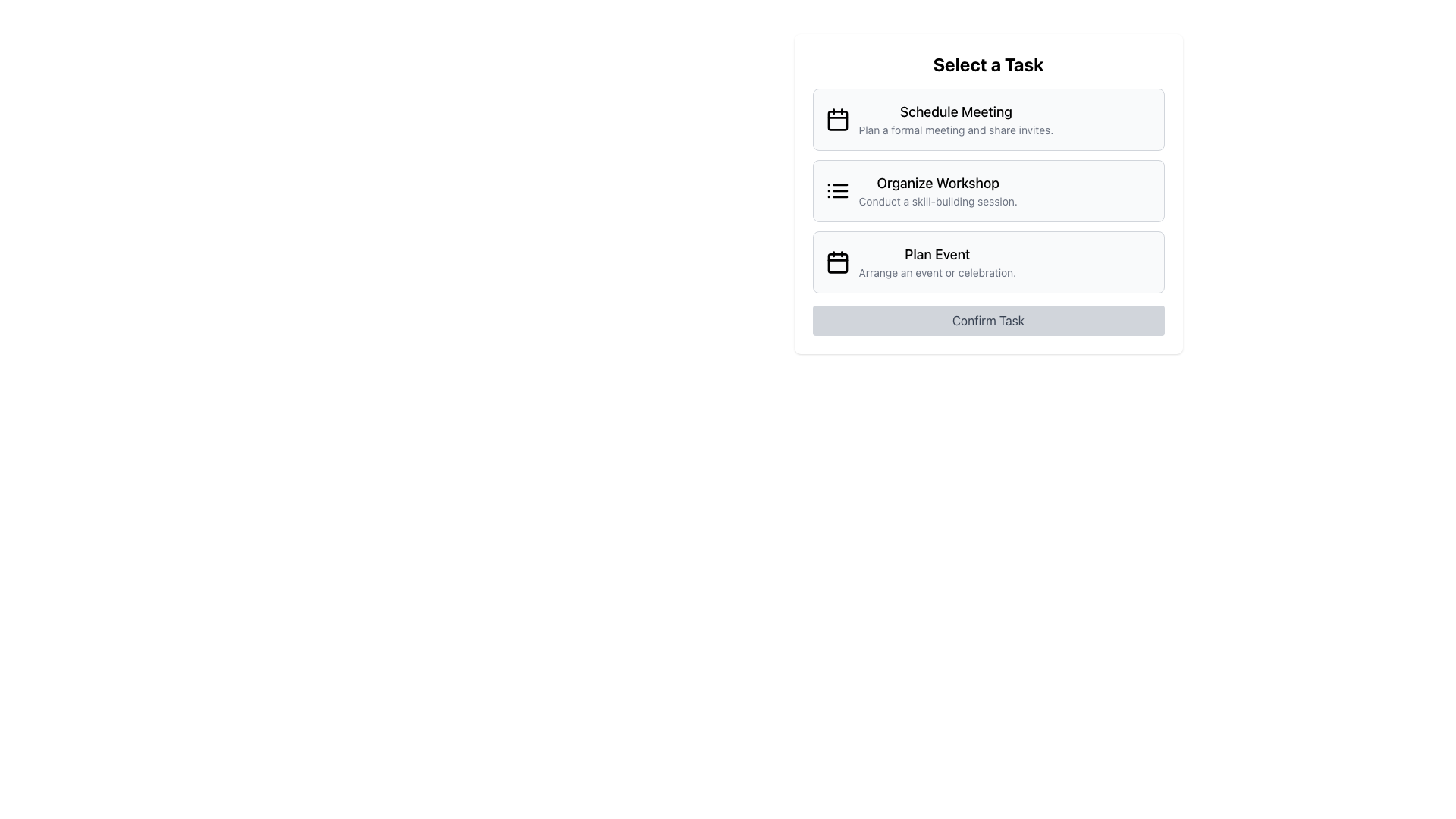 This screenshot has height=819, width=1456. What do you see at coordinates (937, 253) in the screenshot?
I see `the text label 'Plan Event' which is styled in bold black font, located in the third task selection box under 'Select a Task'` at bounding box center [937, 253].